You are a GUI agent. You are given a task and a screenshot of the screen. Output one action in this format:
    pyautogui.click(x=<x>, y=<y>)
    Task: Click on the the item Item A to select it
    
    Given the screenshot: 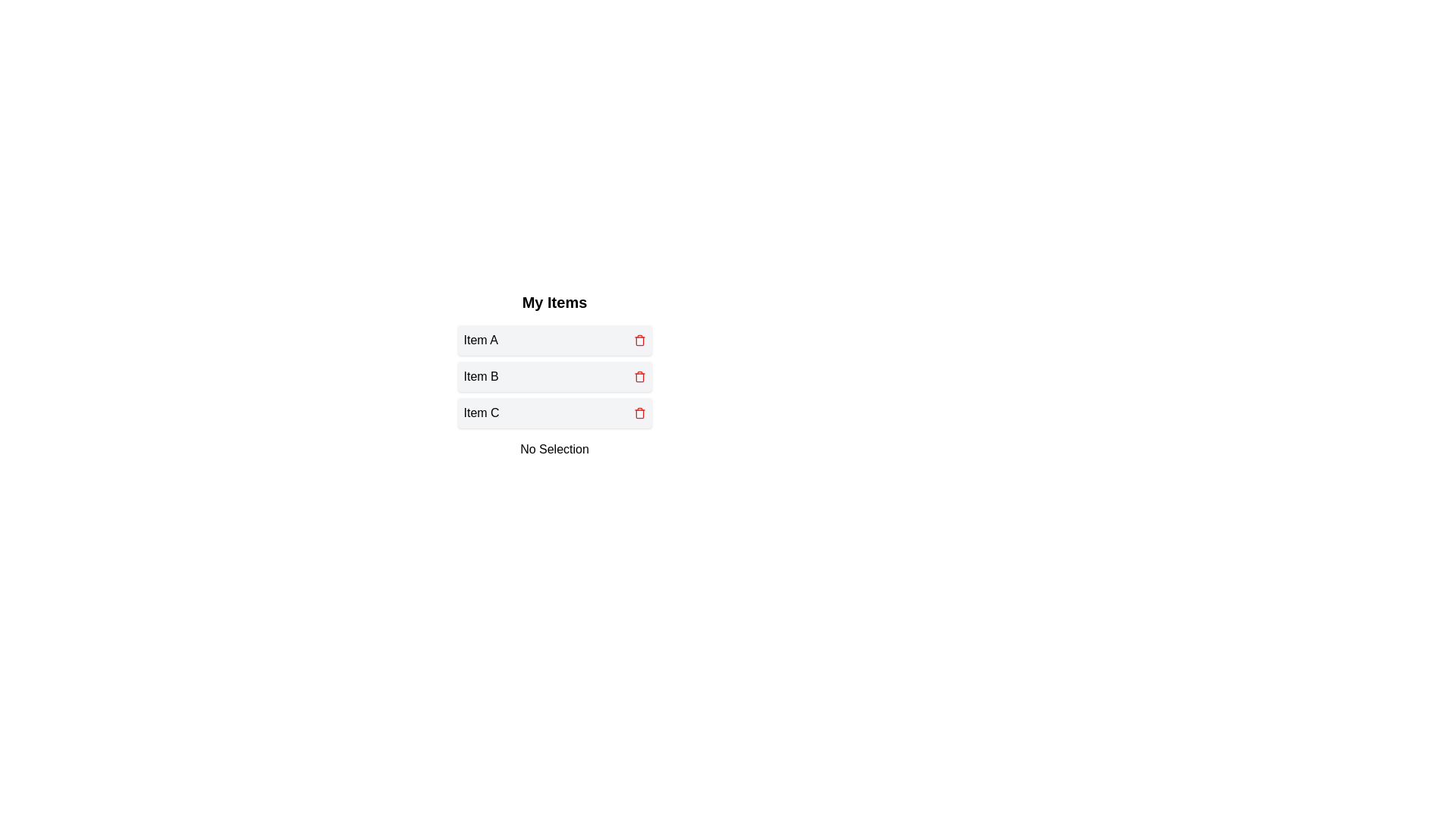 What is the action you would take?
    pyautogui.click(x=554, y=339)
    